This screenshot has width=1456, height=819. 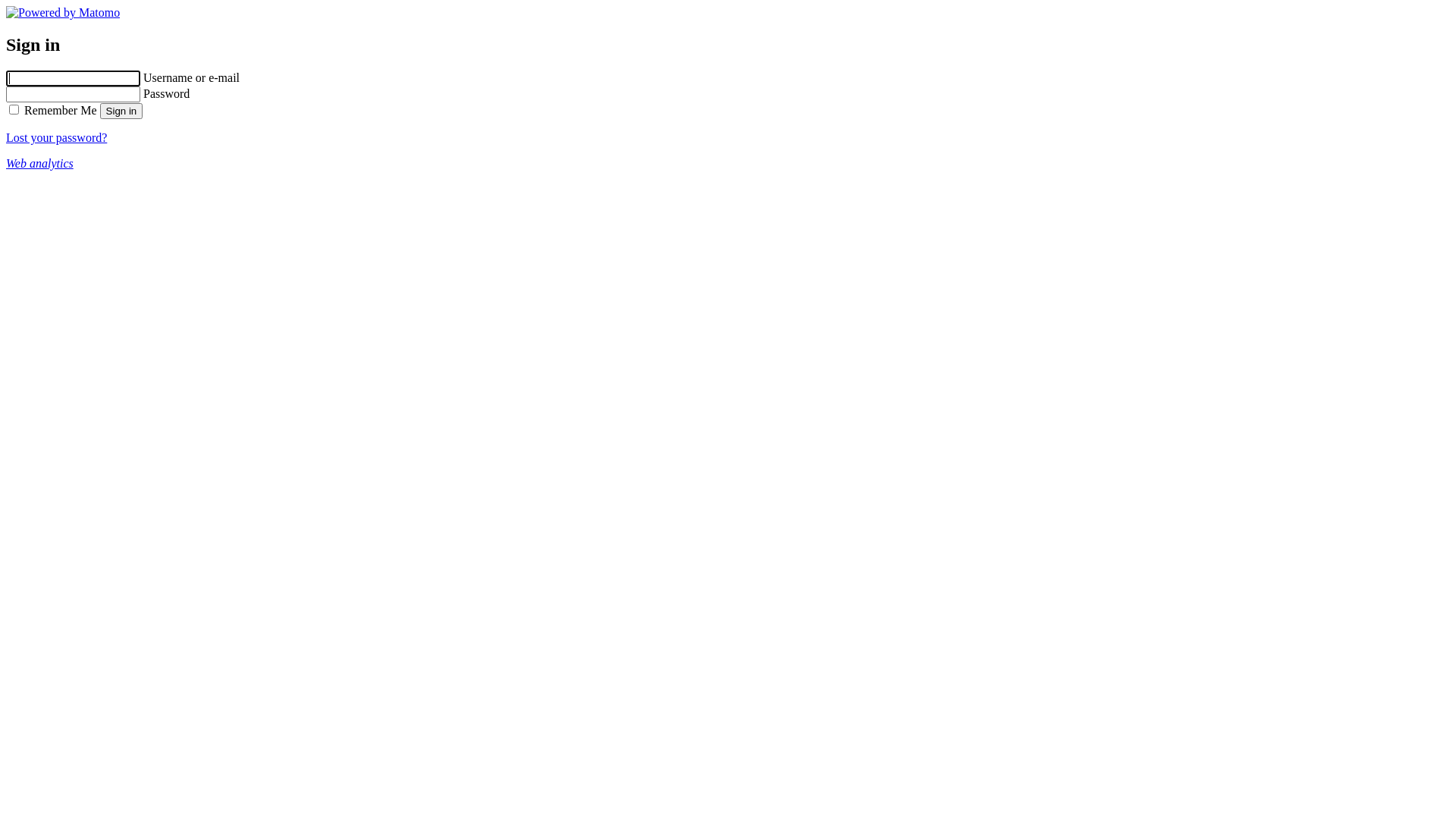 What do you see at coordinates (39, 163) in the screenshot?
I see `'Web analytics'` at bounding box center [39, 163].